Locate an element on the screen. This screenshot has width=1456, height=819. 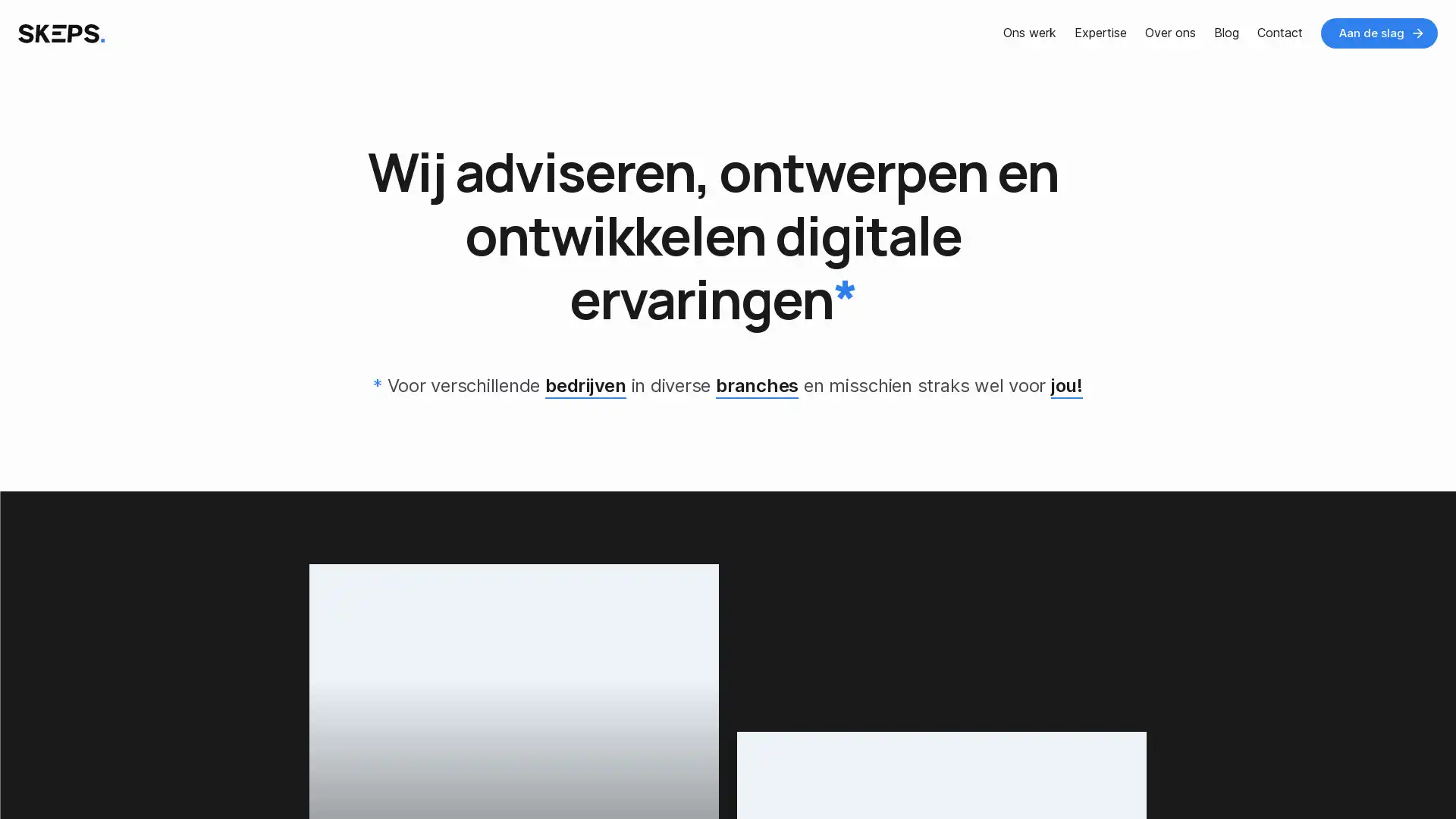
Alle cookies toestaan is located at coordinates (299, 776).